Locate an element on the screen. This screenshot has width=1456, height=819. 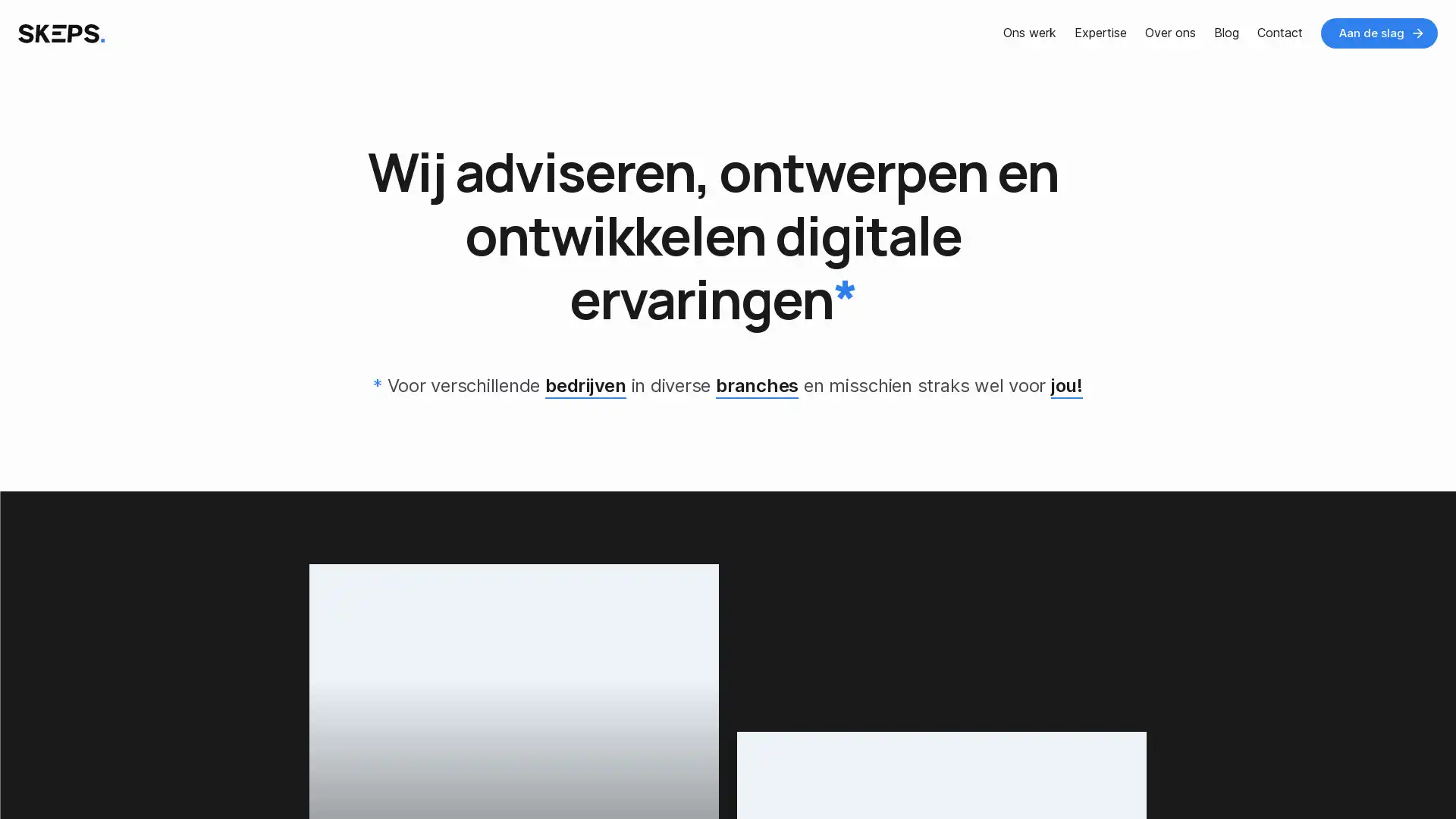
Alle cookies toestaan is located at coordinates (299, 776).